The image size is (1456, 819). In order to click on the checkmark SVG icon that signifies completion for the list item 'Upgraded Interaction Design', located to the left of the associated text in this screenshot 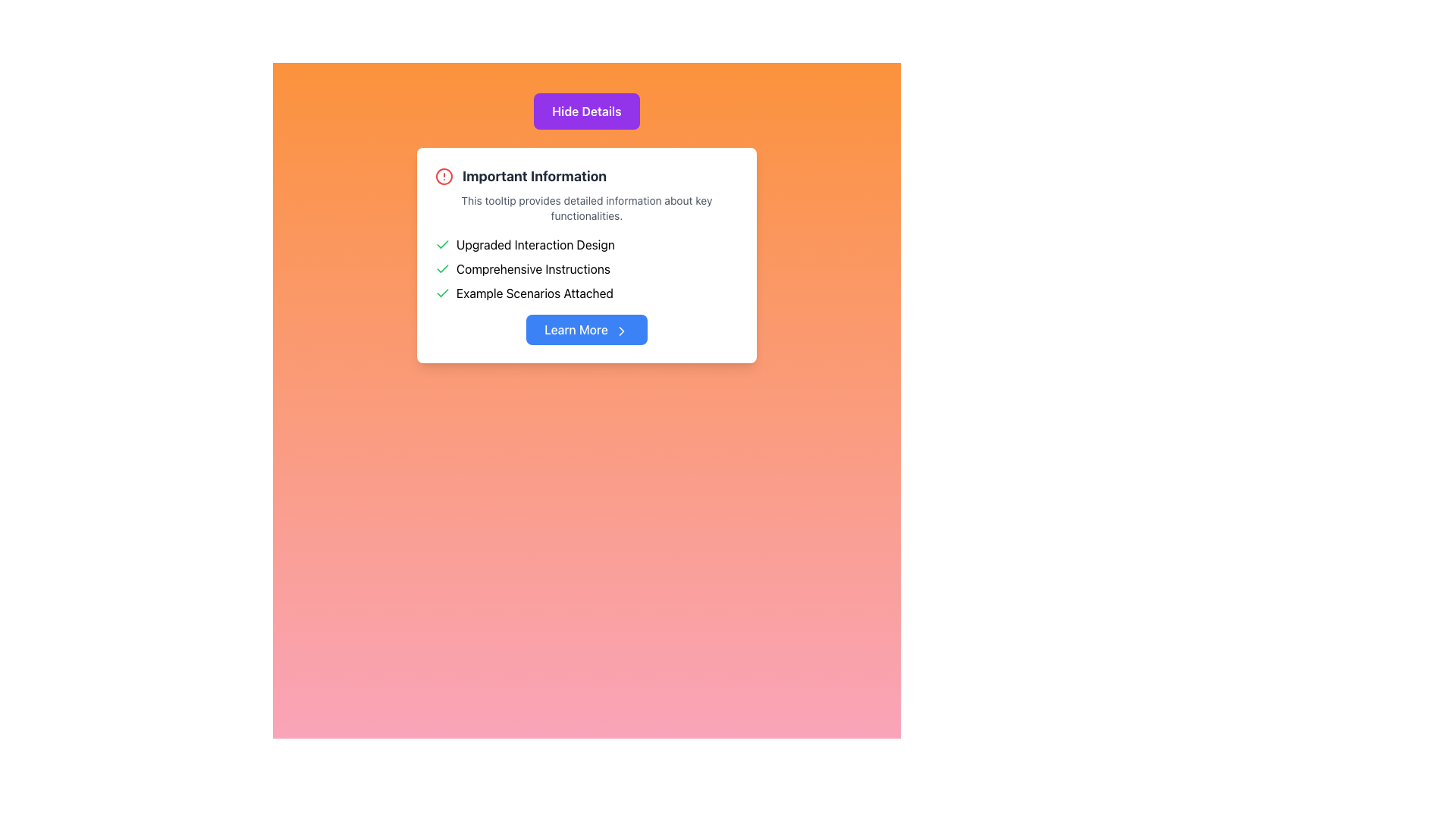, I will do `click(442, 244)`.